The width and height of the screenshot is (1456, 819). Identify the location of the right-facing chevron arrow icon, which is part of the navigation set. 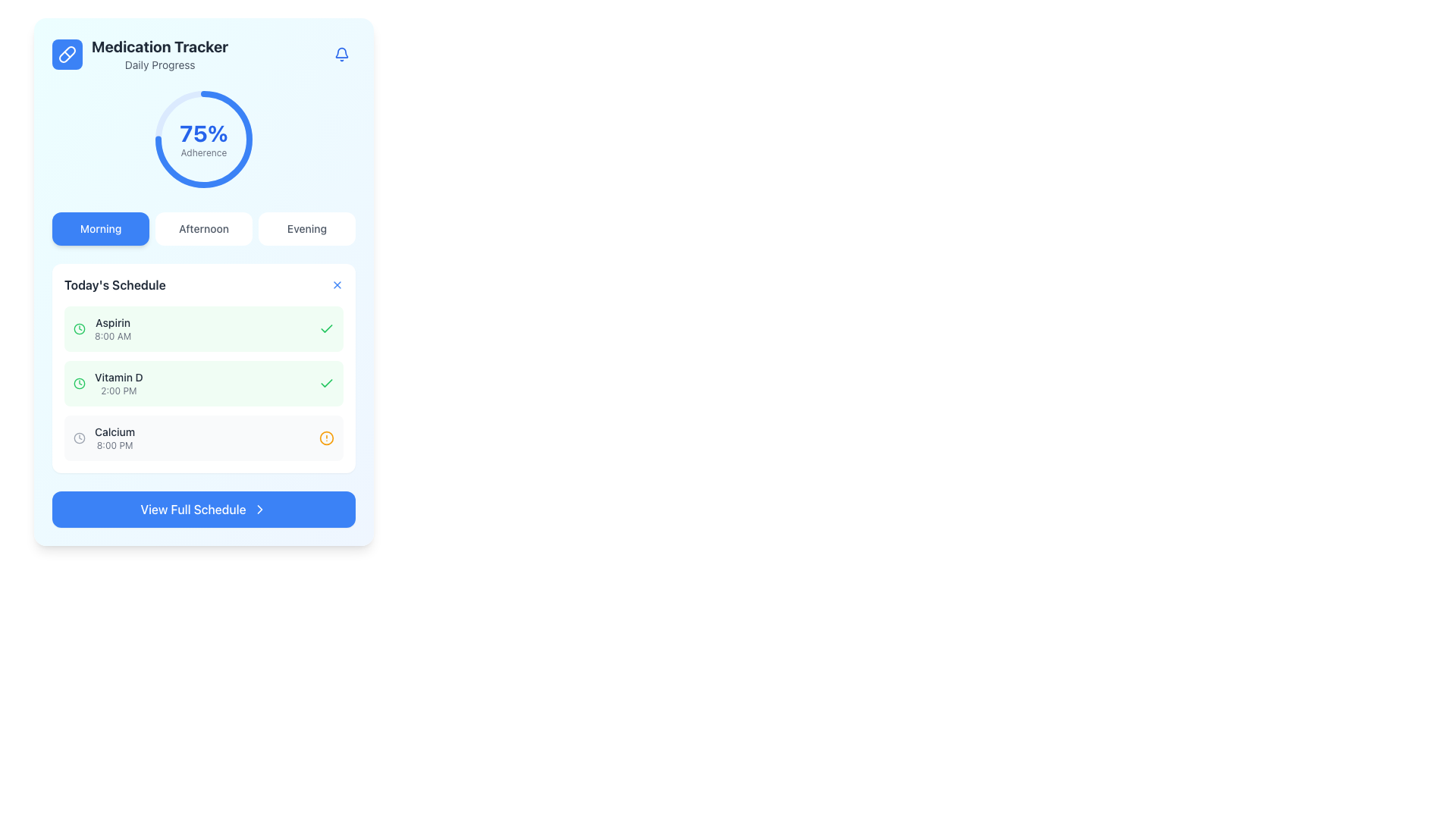
(259, 509).